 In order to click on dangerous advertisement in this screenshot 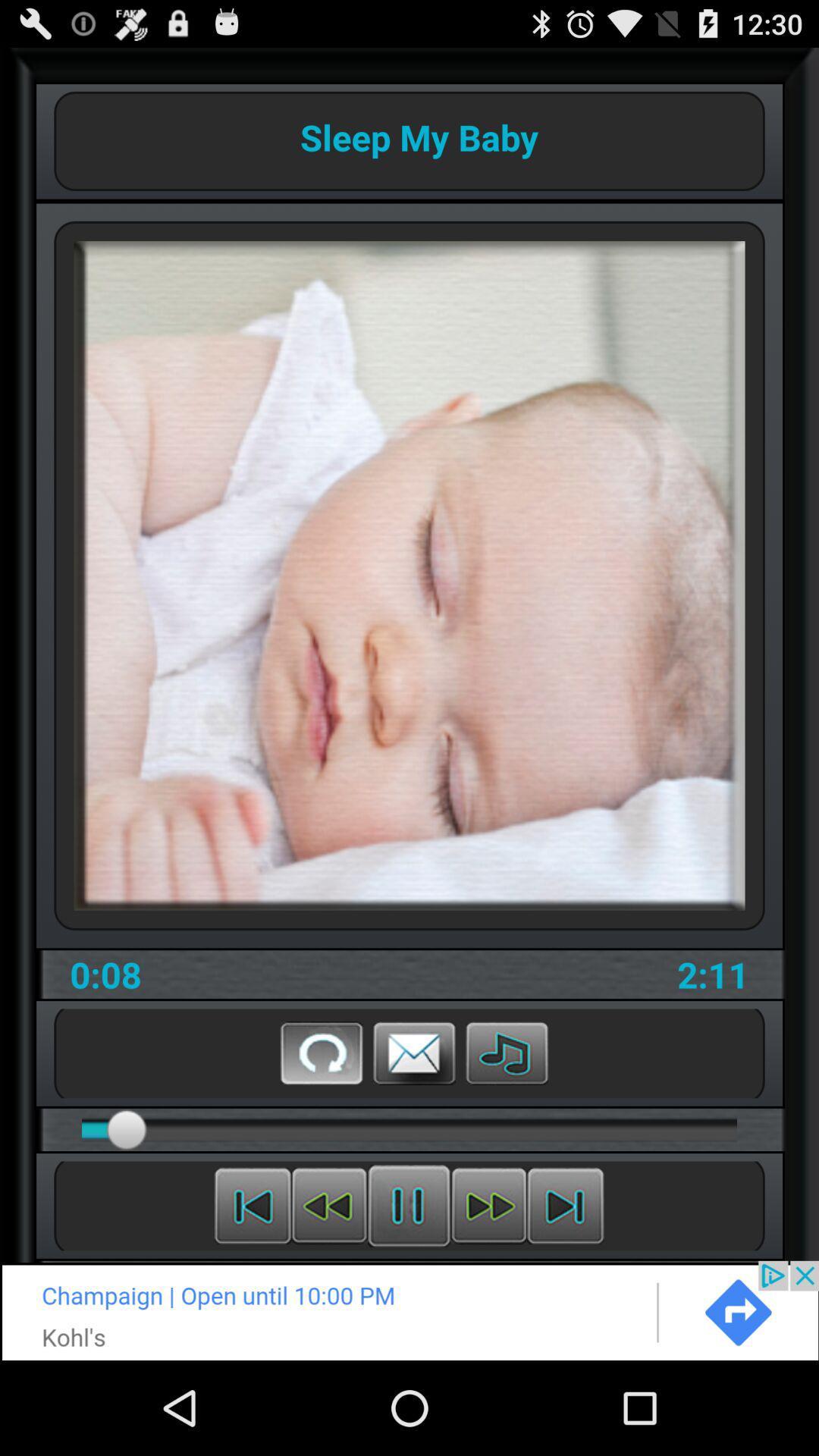, I will do `click(409, 1310)`.